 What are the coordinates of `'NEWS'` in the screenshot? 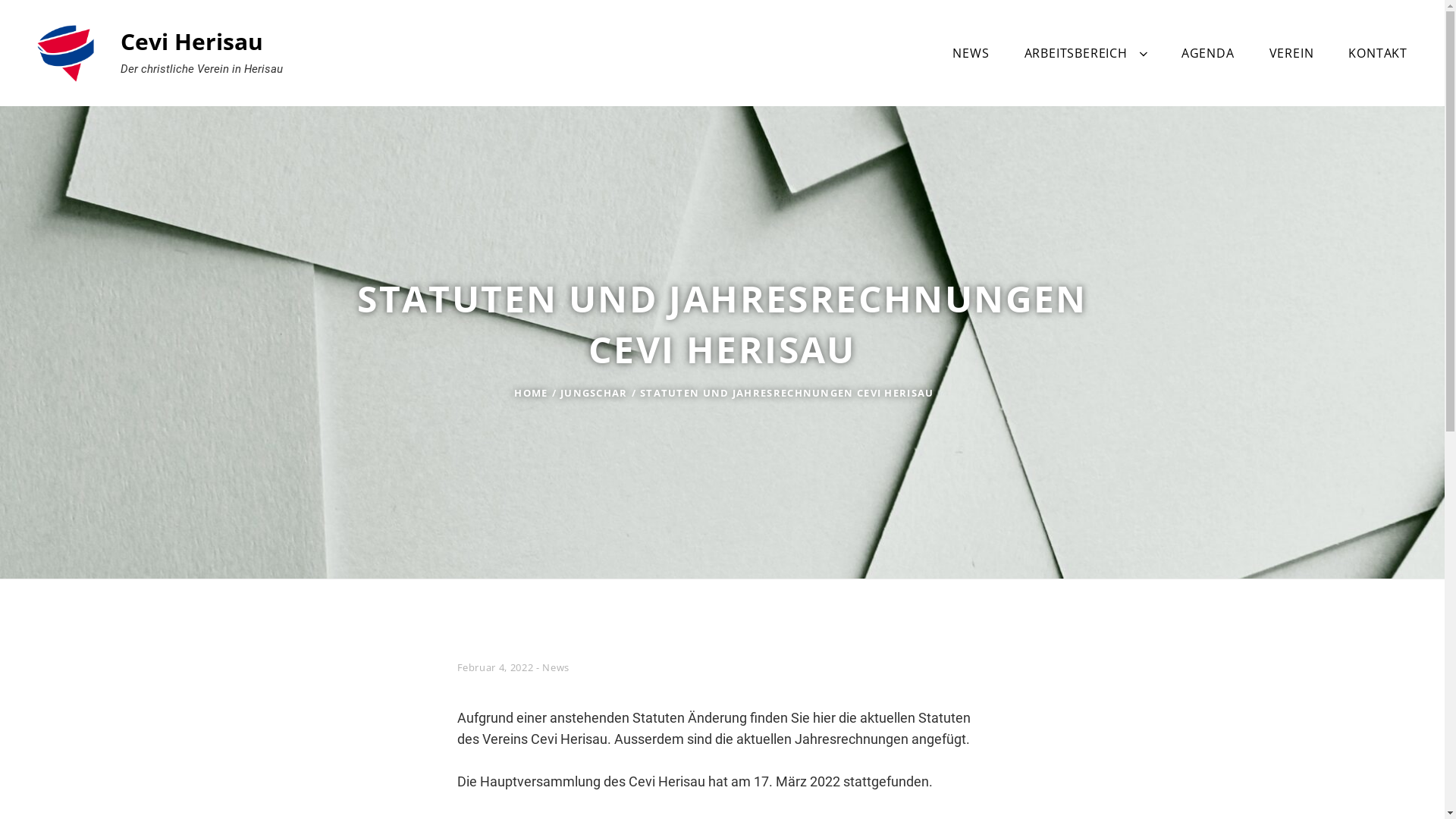 It's located at (971, 52).